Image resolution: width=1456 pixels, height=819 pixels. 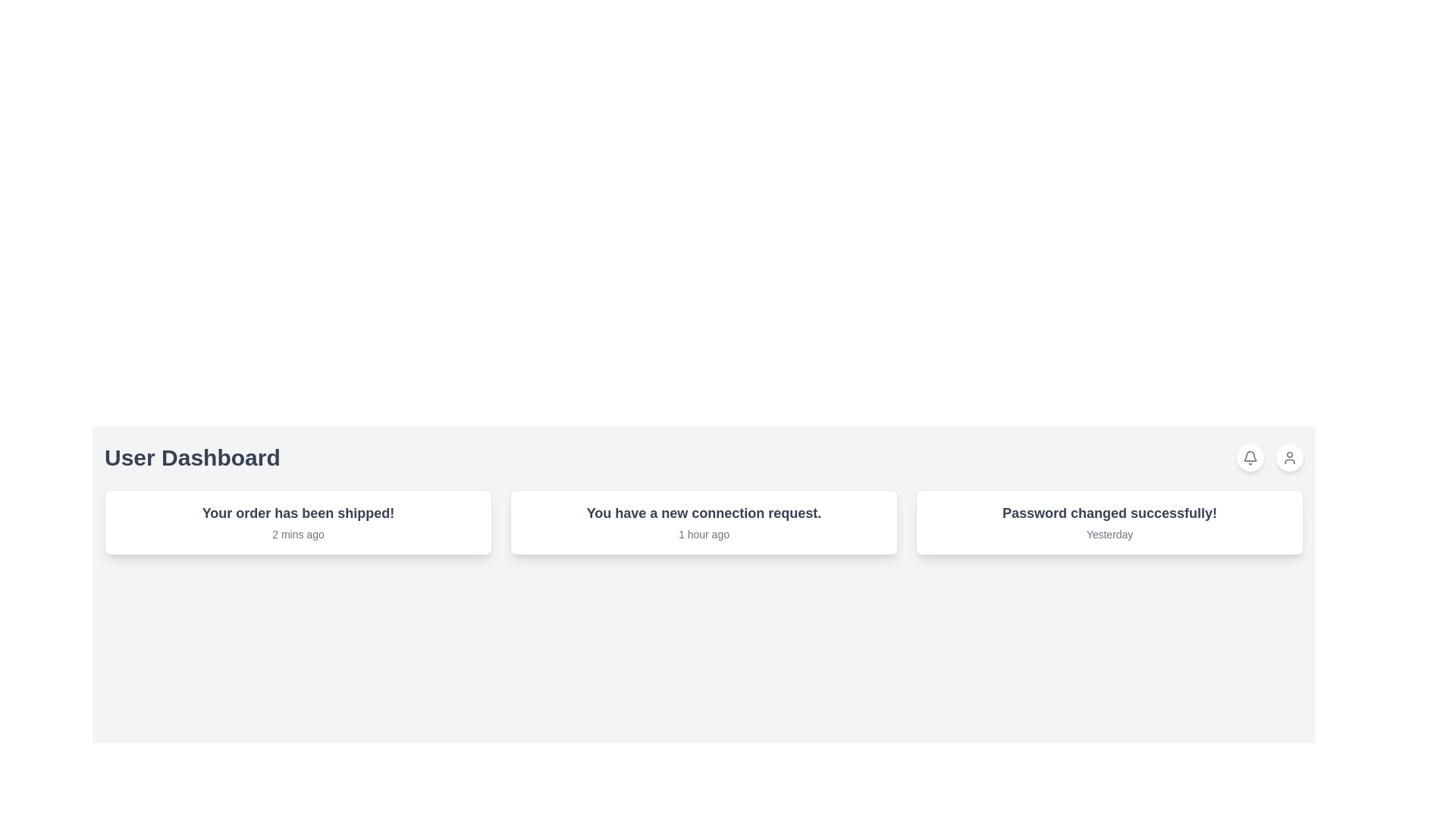 What do you see at coordinates (1250, 457) in the screenshot?
I see `the circular button with a white background and a bell icon in gray, located at the top right corner of the user interface` at bounding box center [1250, 457].